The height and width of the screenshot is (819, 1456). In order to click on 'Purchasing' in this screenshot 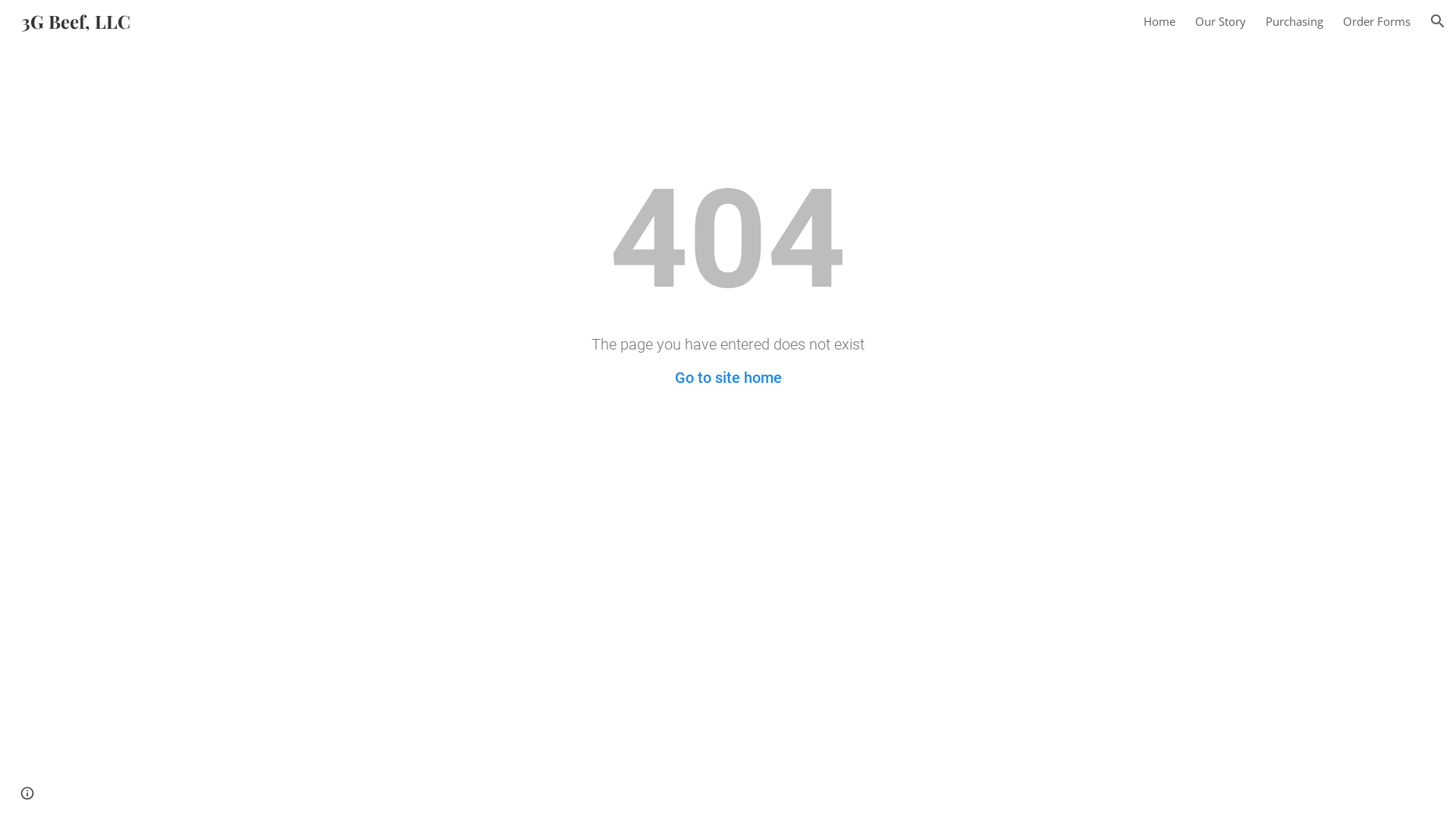, I will do `click(1294, 20)`.